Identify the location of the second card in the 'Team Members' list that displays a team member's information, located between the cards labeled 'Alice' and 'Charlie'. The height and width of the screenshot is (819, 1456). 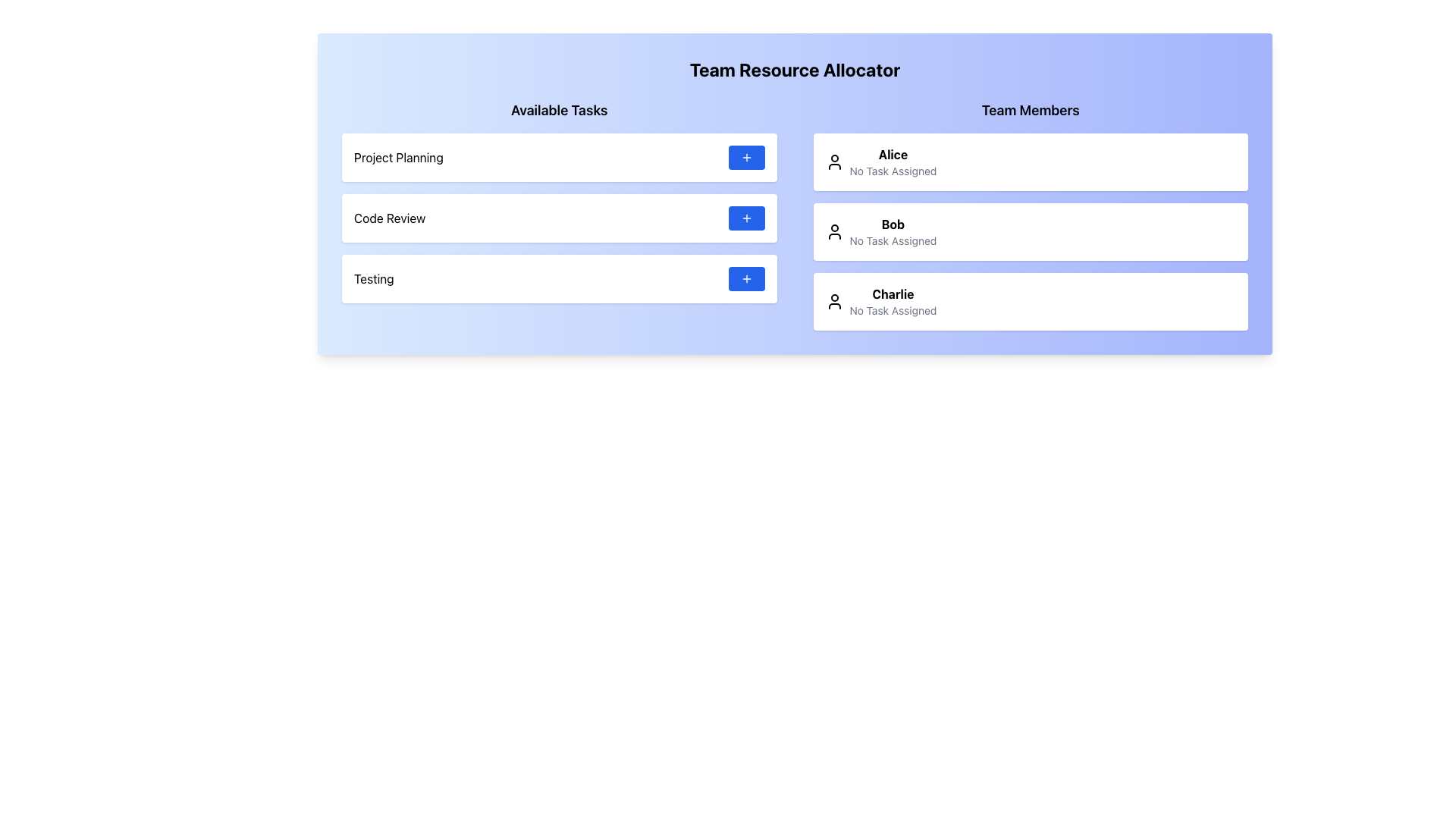
(1031, 231).